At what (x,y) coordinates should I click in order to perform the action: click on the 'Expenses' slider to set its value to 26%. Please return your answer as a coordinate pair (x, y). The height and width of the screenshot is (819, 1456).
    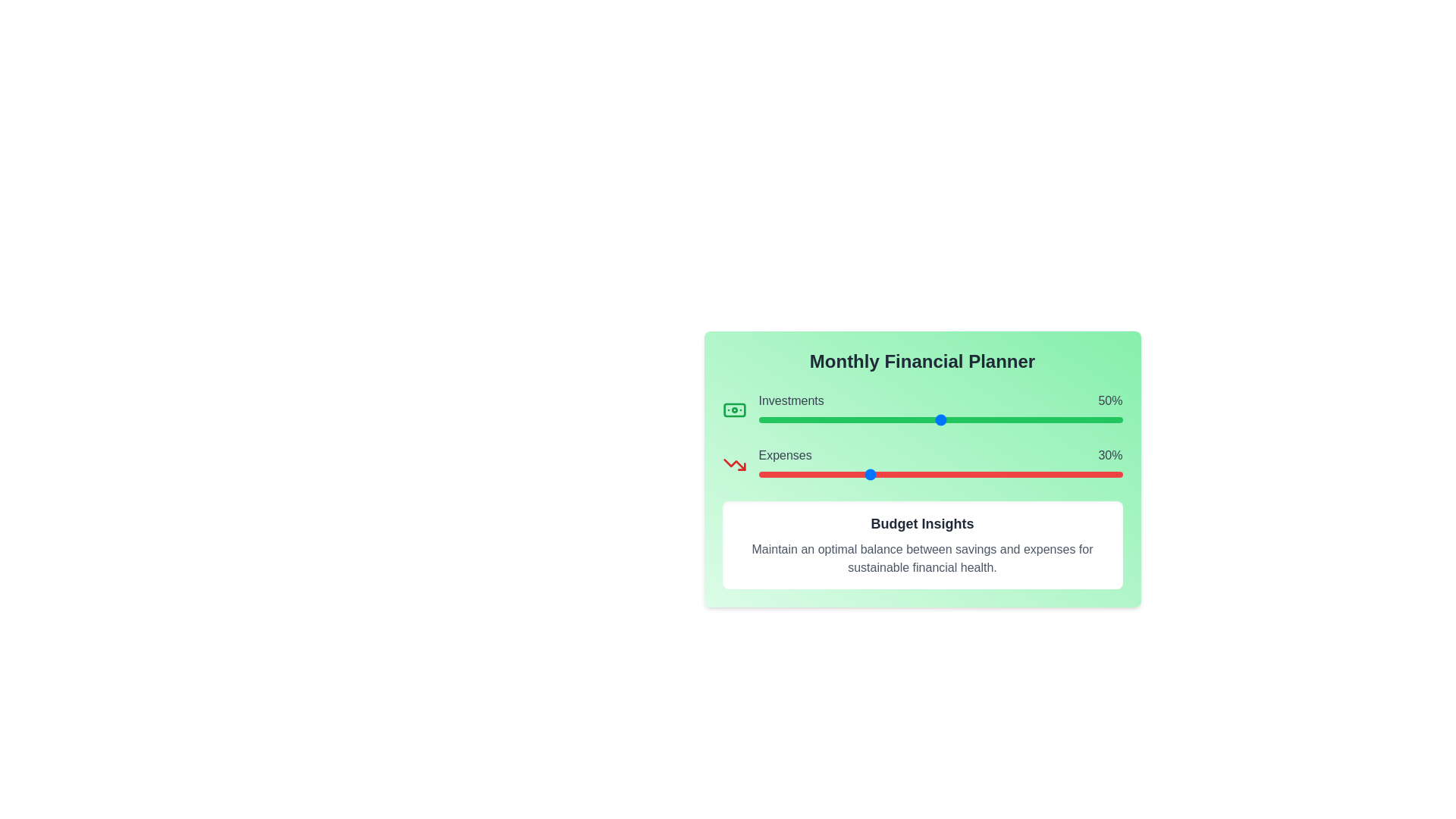
    Looking at the image, I should click on (853, 473).